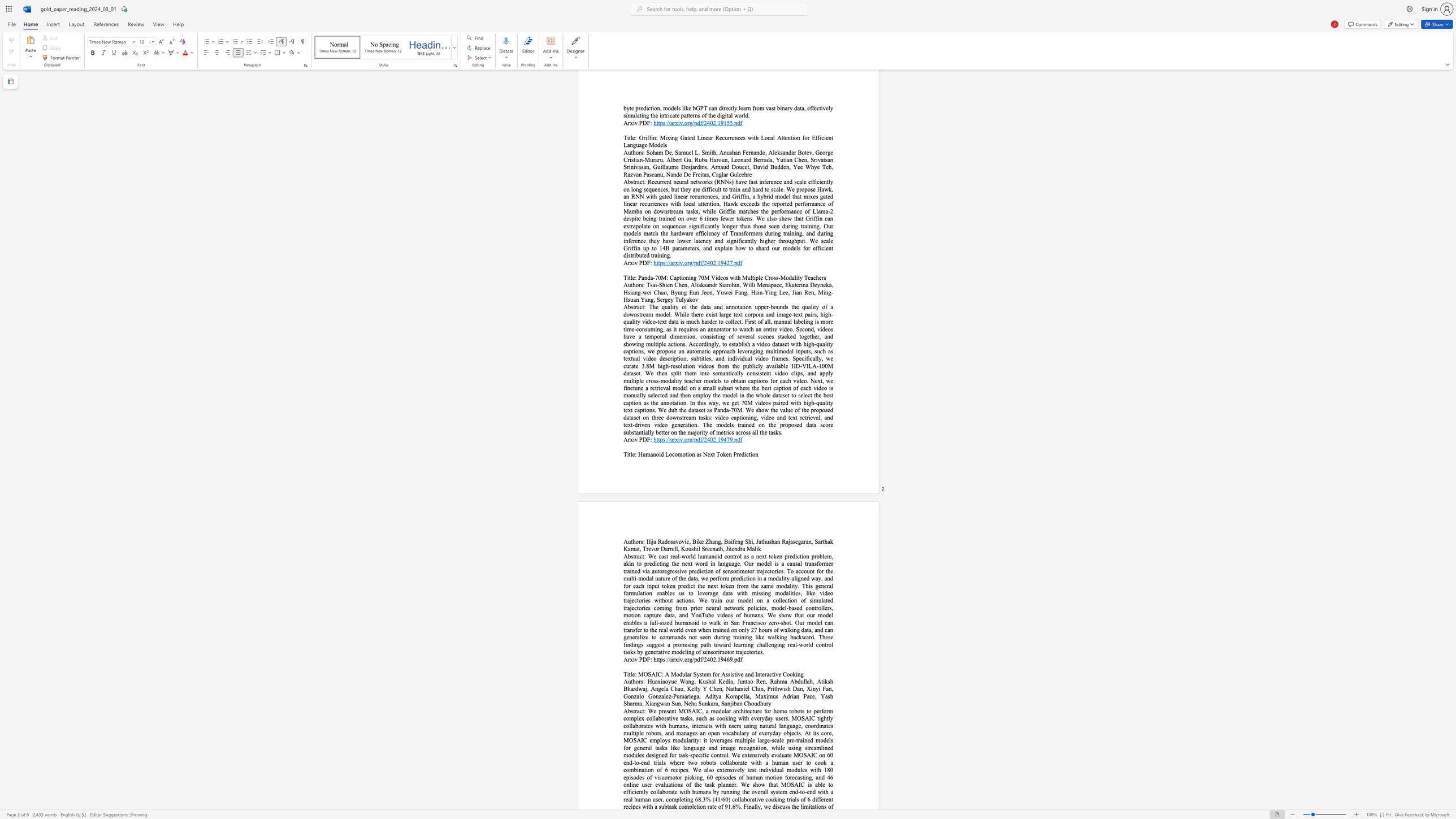  I want to click on the subset text "st" within the text "MOSAIC: A Modular System for Assistive and Interactive Cooking", so click(699, 673).